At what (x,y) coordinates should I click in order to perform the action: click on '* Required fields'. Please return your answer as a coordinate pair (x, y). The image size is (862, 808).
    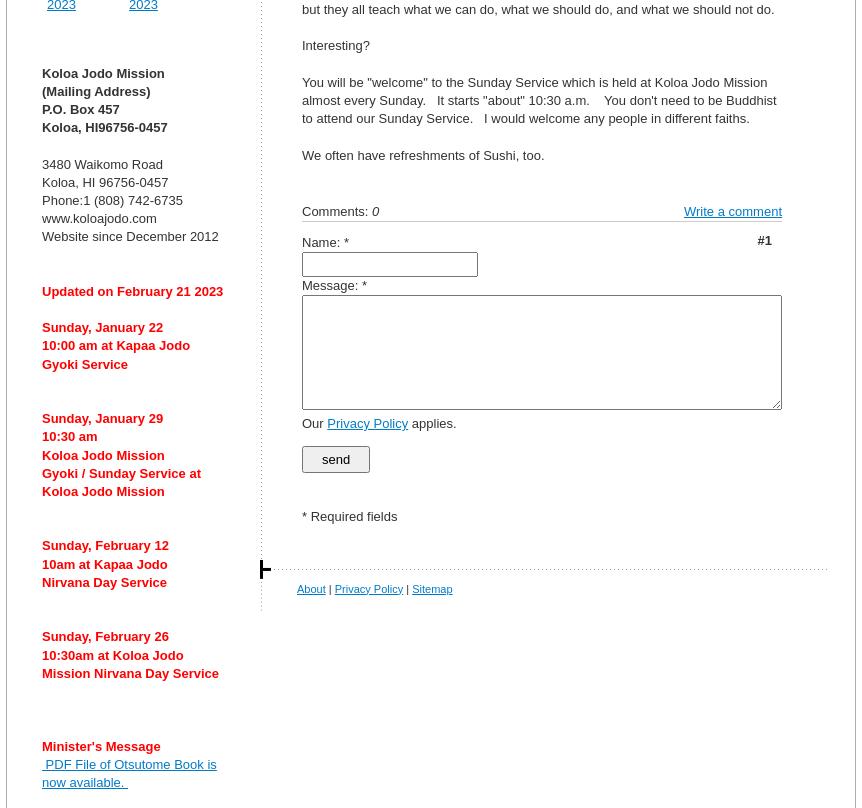
    Looking at the image, I should click on (349, 515).